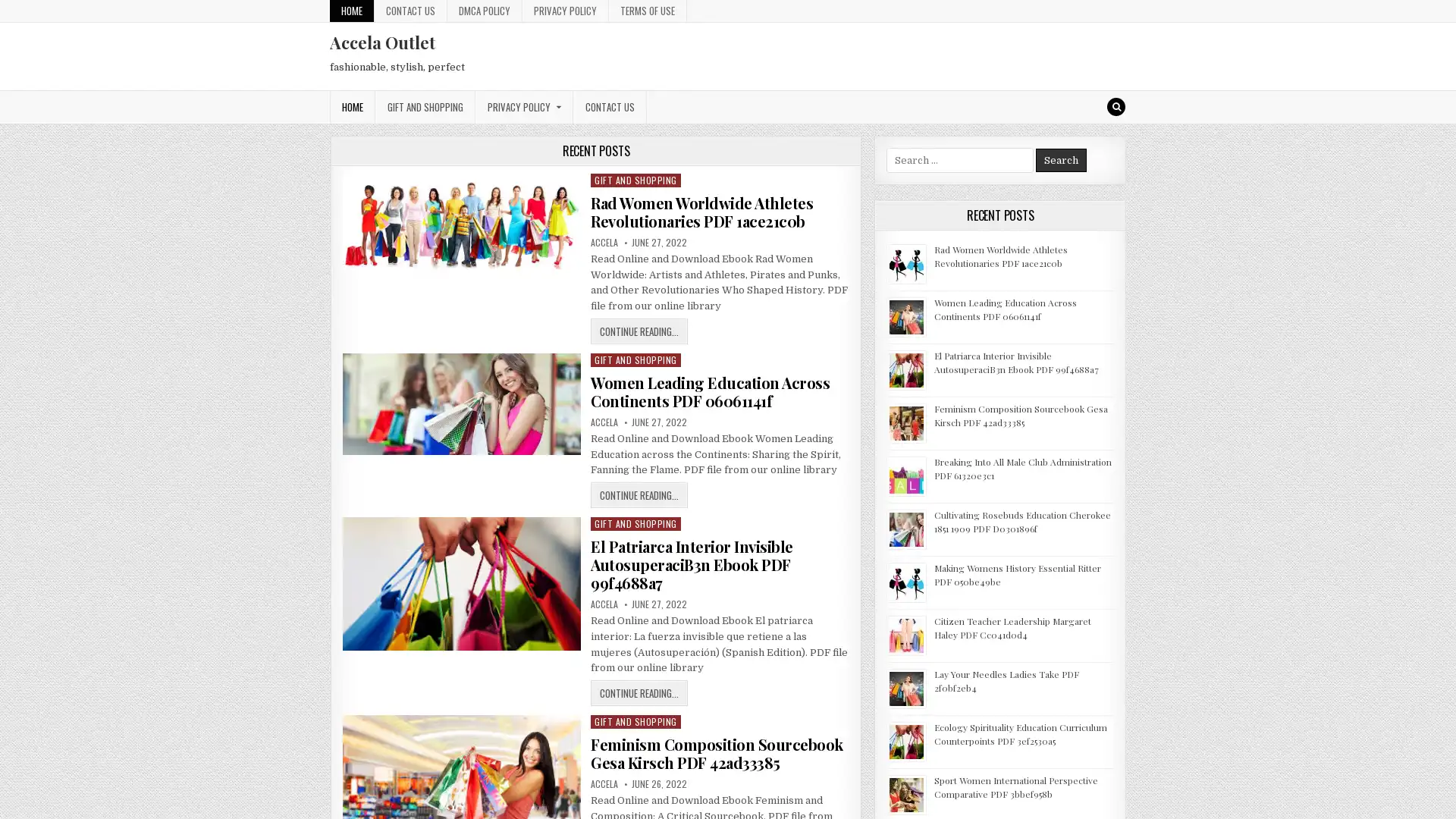 This screenshot has width=1456, height=819. I want to click on Search, so click(1060, 160).